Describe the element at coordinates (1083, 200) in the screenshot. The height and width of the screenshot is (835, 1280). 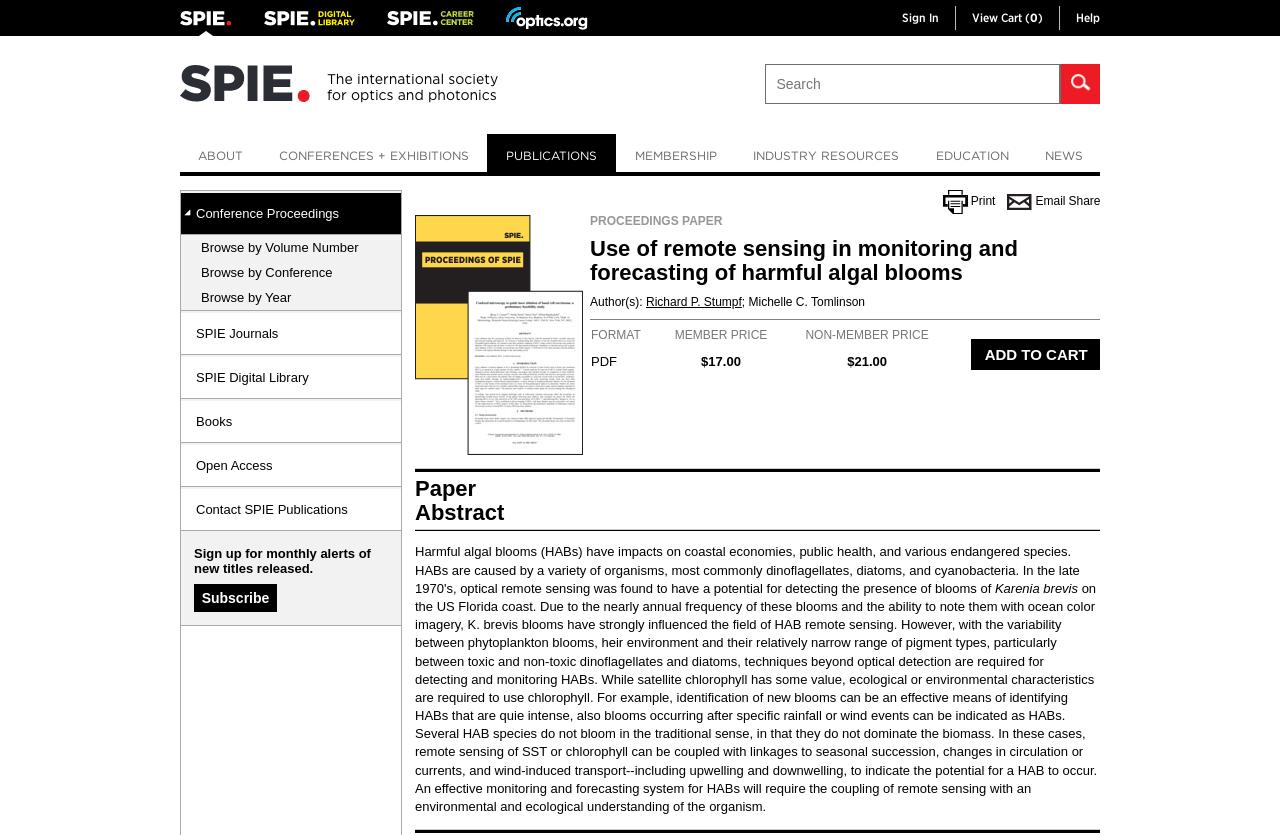
I see `'Share'` at that location.